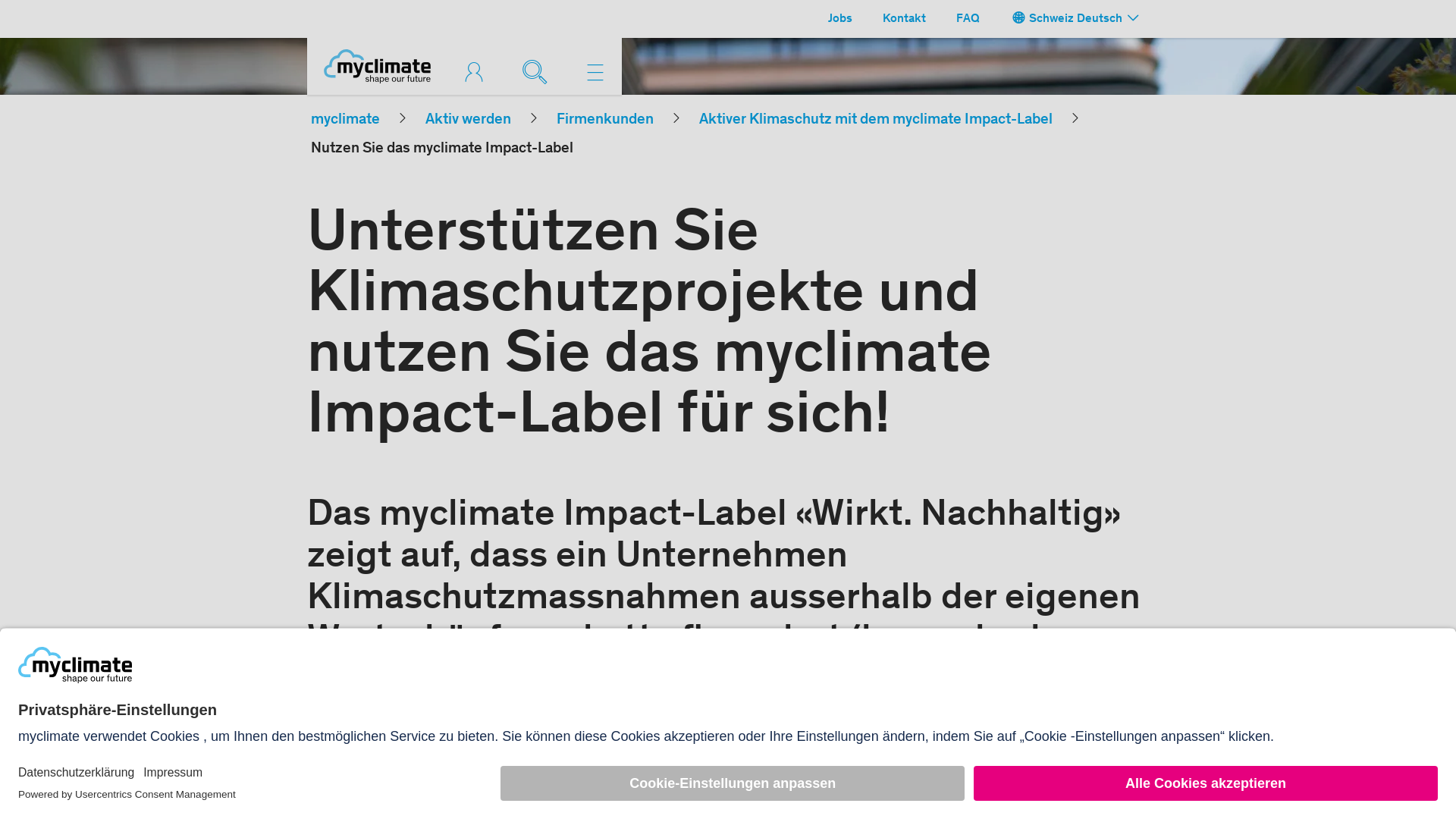 The height and width of the screenshot is (819, 1456). I want to click on 'Jobs', so click(819, 18).